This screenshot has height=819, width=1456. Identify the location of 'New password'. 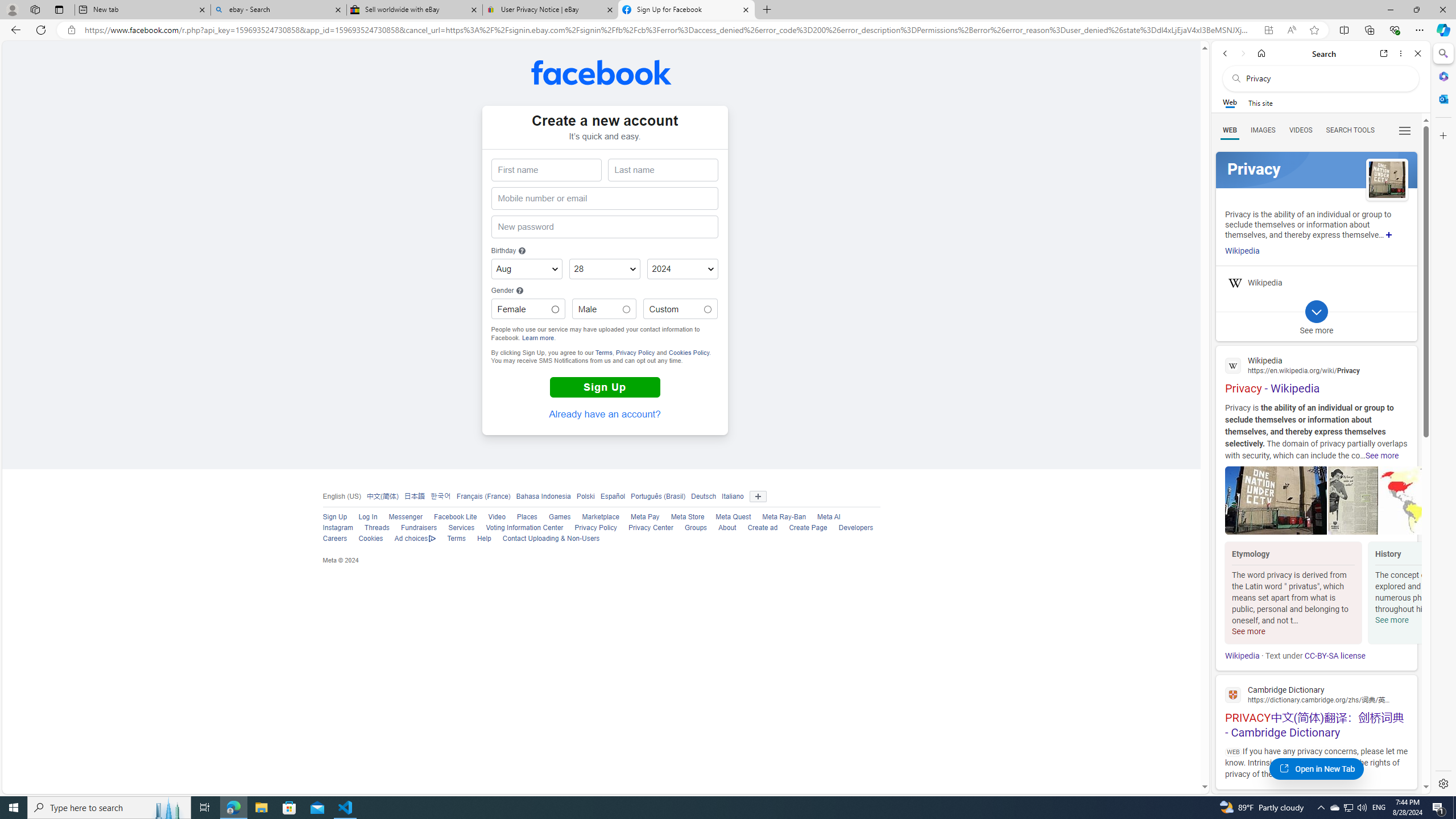
(603, 226).